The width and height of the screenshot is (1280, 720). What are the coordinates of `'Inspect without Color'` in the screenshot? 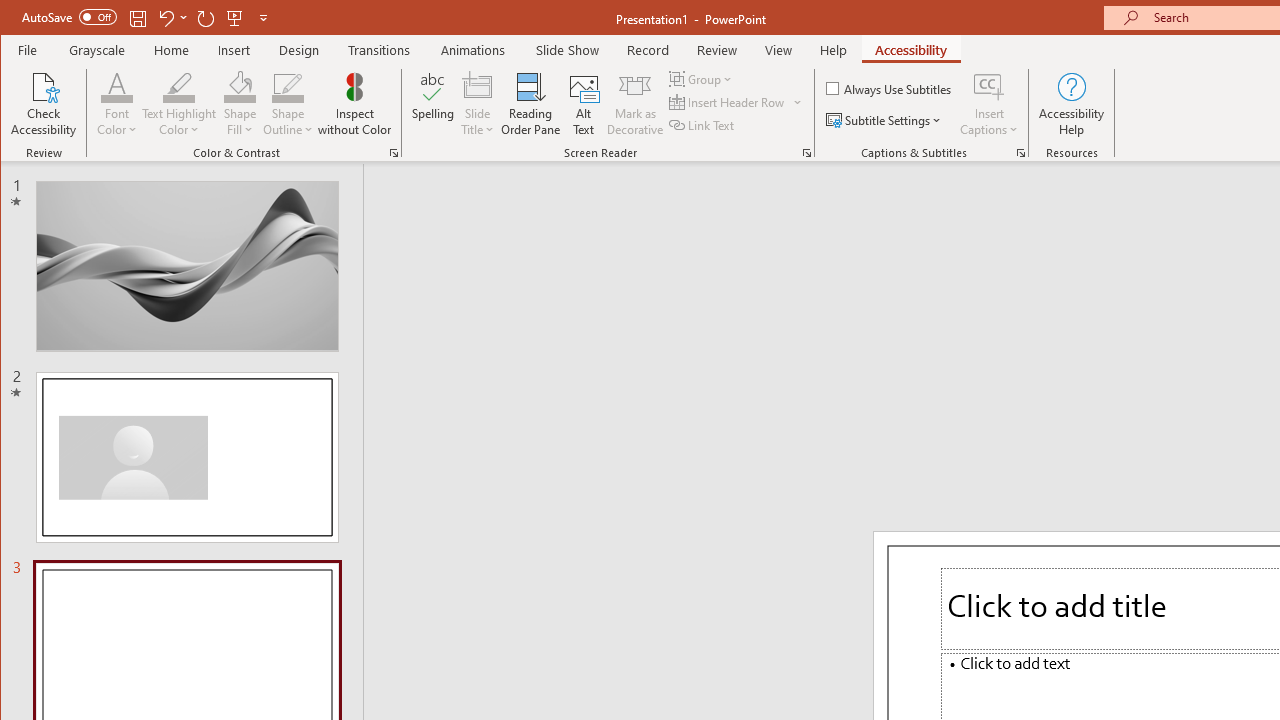 It's located at (355, 104).